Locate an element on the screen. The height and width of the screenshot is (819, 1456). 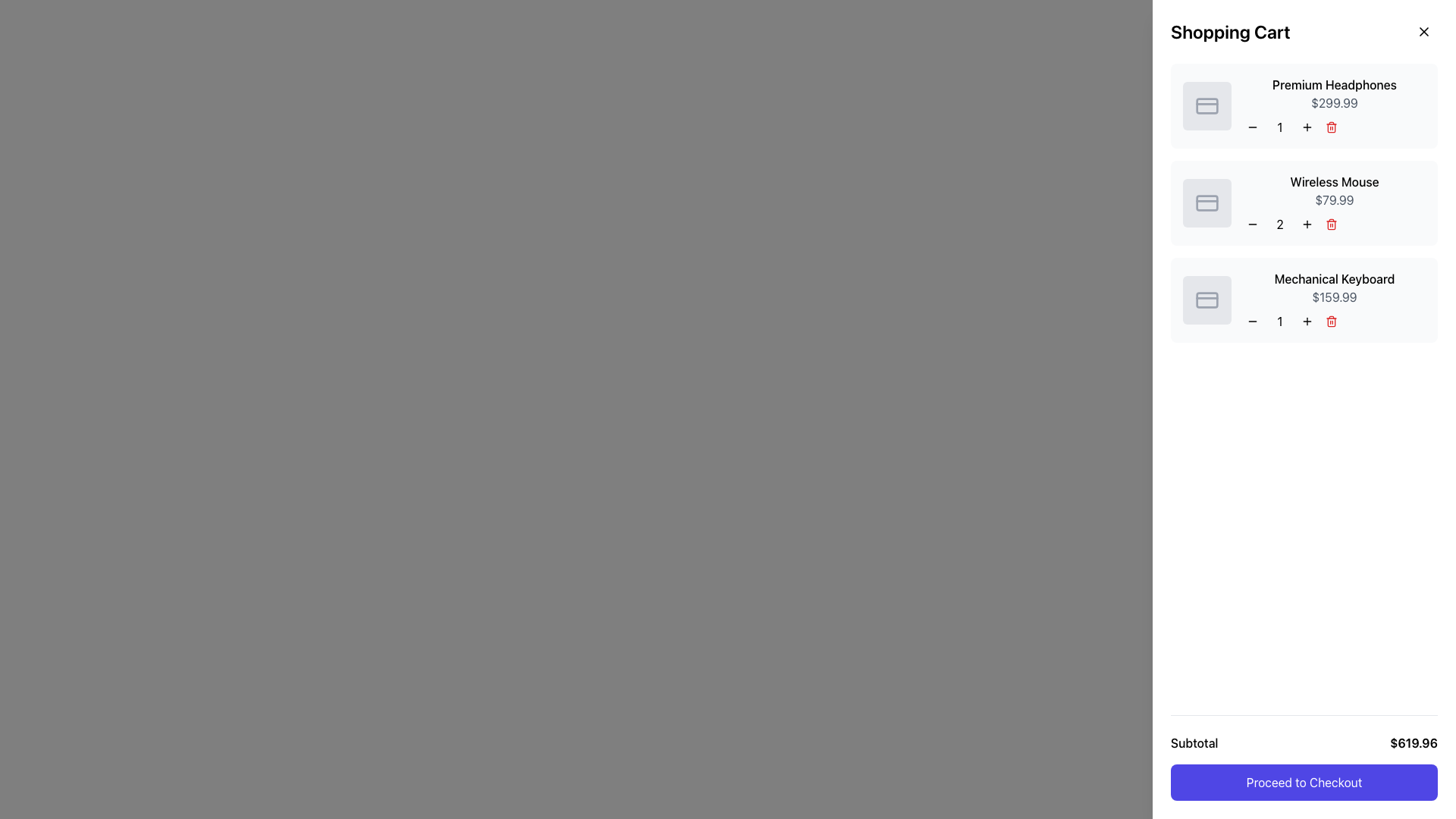
the red trash can icon is located at coordinates (1331, 321).